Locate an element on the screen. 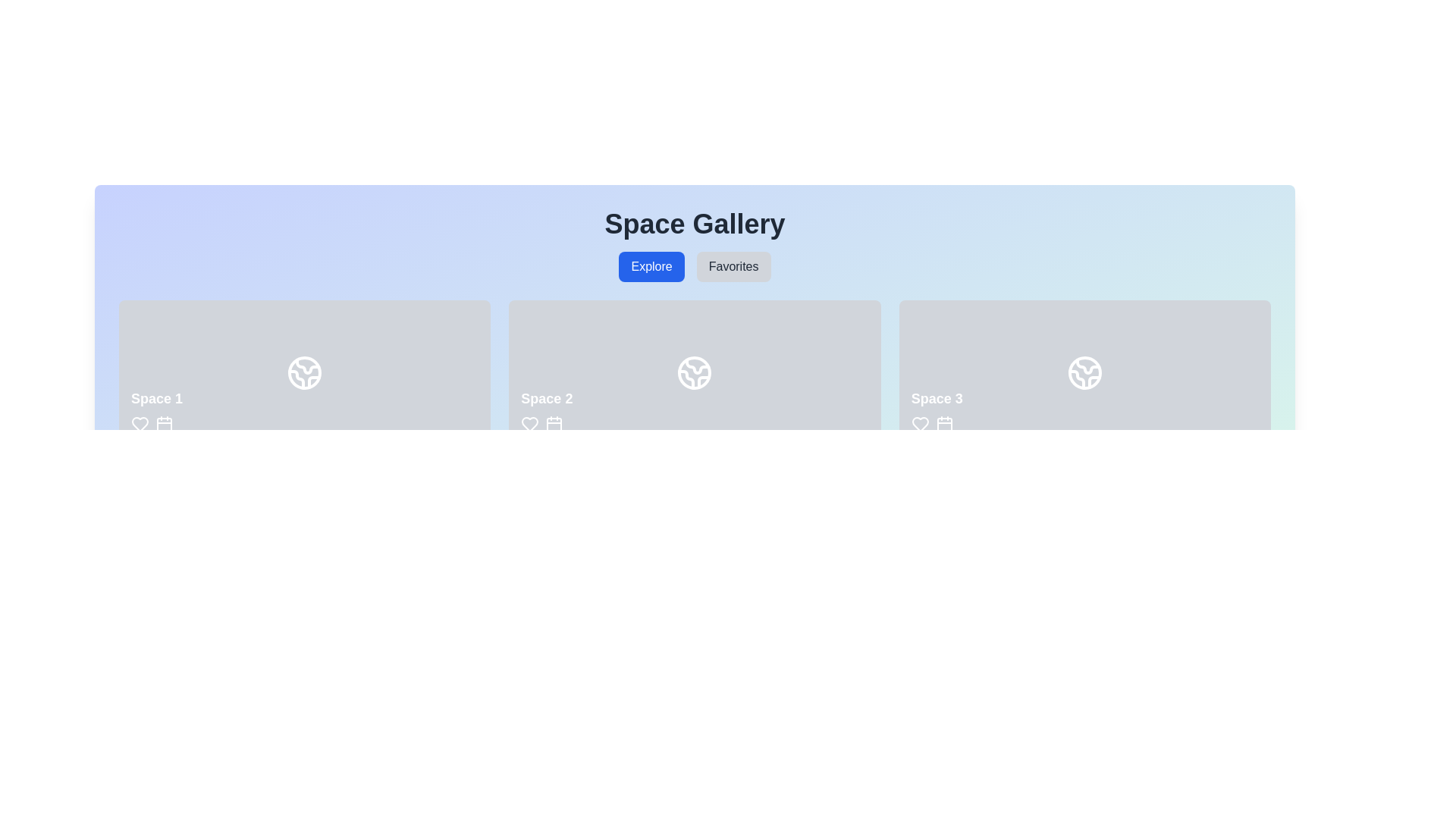  the circular globe icon located centrally within the first card section labeled 'Space 1' is located at coordinates (304, 373).